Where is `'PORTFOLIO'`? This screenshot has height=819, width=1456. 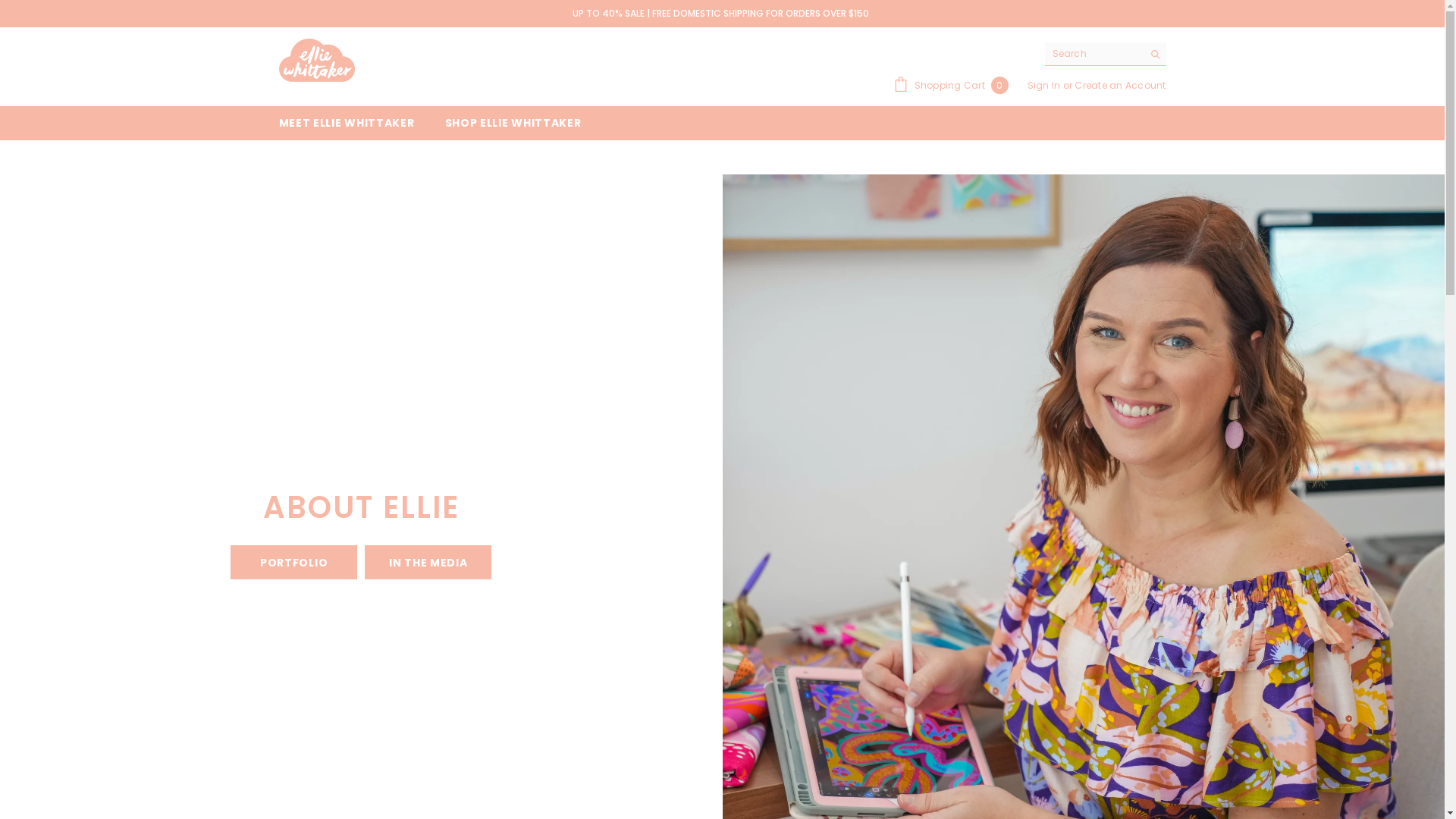 'PORTFOLIO' is located at coordinates (293, 562).